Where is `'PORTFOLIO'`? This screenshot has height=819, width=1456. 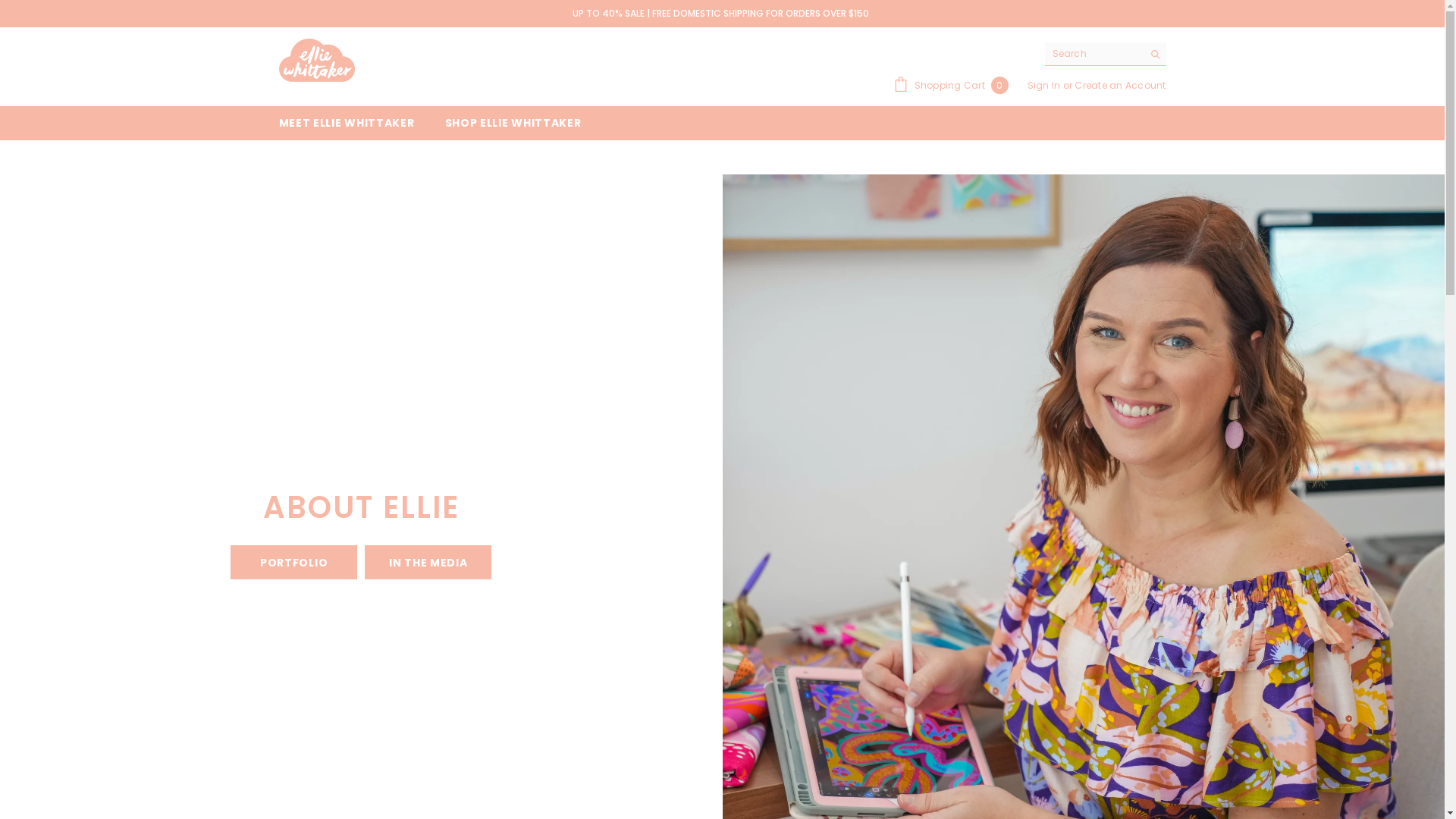 'PORTFOLIO' is located at coordinates (293, 562).